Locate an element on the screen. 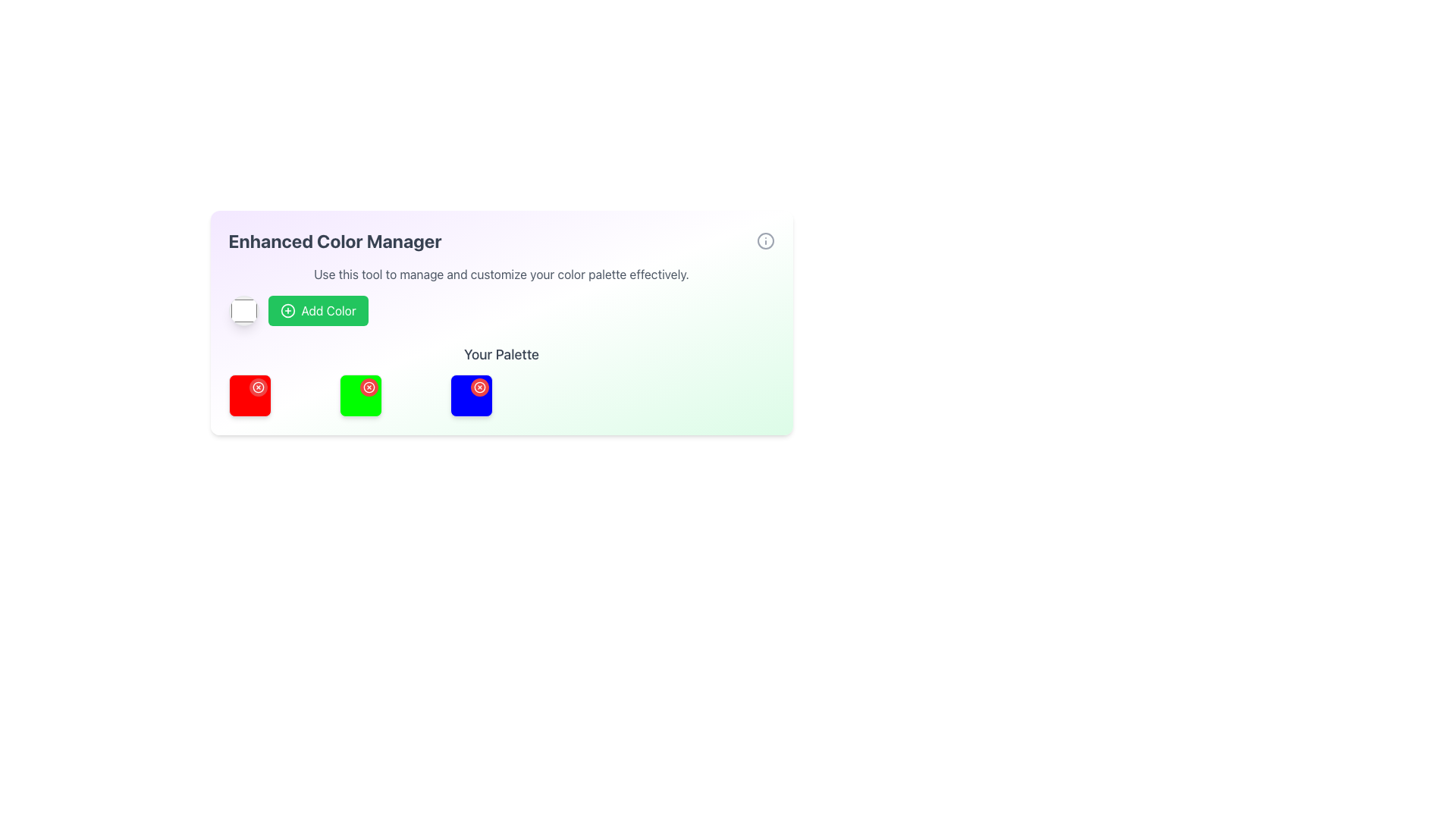 This screenshot has height=819, width=1456. the red circular button located at the top-right corner of the colored square is located at coordinates (369, 386).